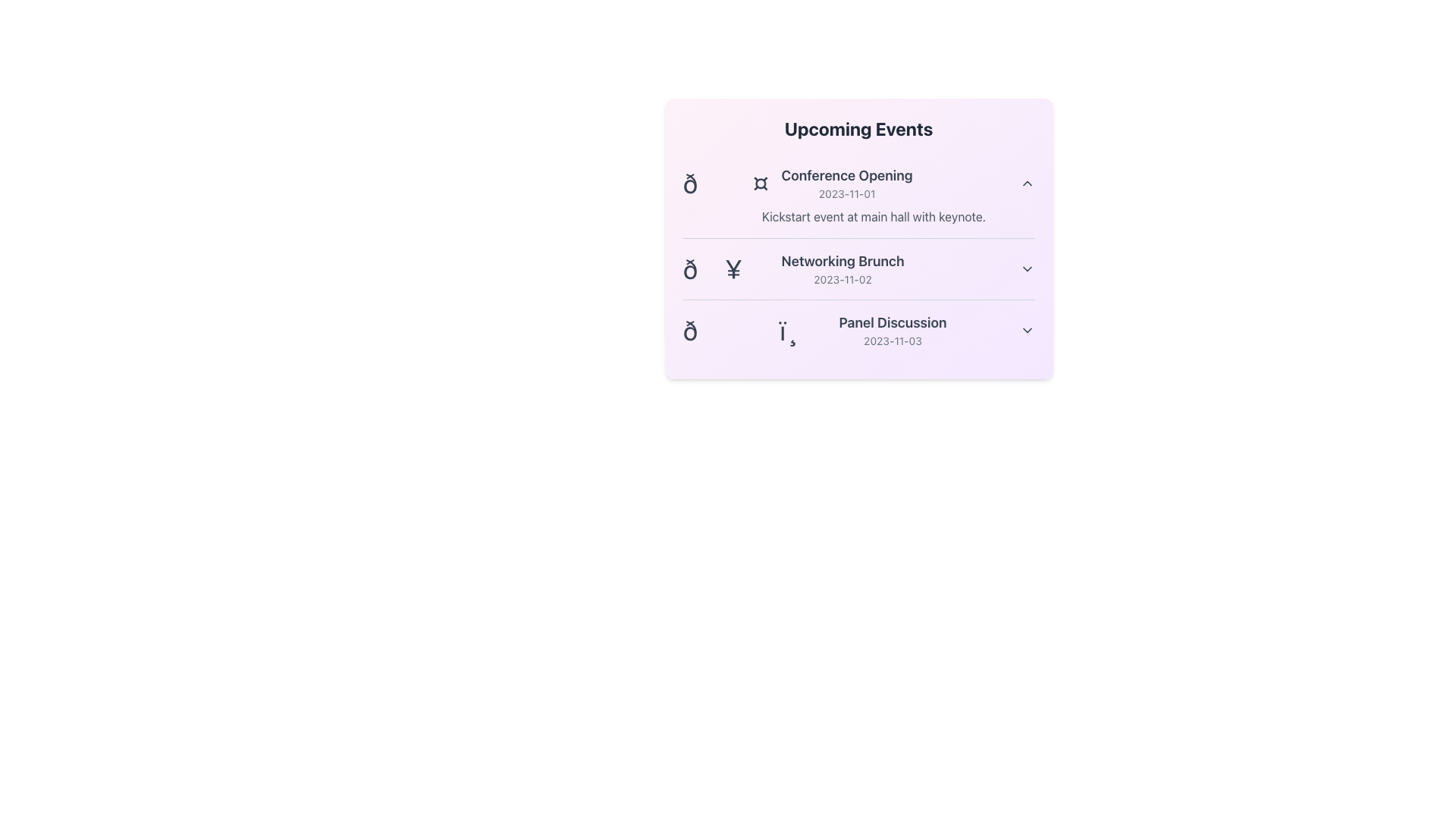 This screenshot has height=819, width=1456. Describe the element at coordinates (858, 268) in the screenshot. I see `the middle entry of the 'Upcoming Events' list, which is a clickable button styled component containing an icon, title, date, and dropdown arrow` at that location.